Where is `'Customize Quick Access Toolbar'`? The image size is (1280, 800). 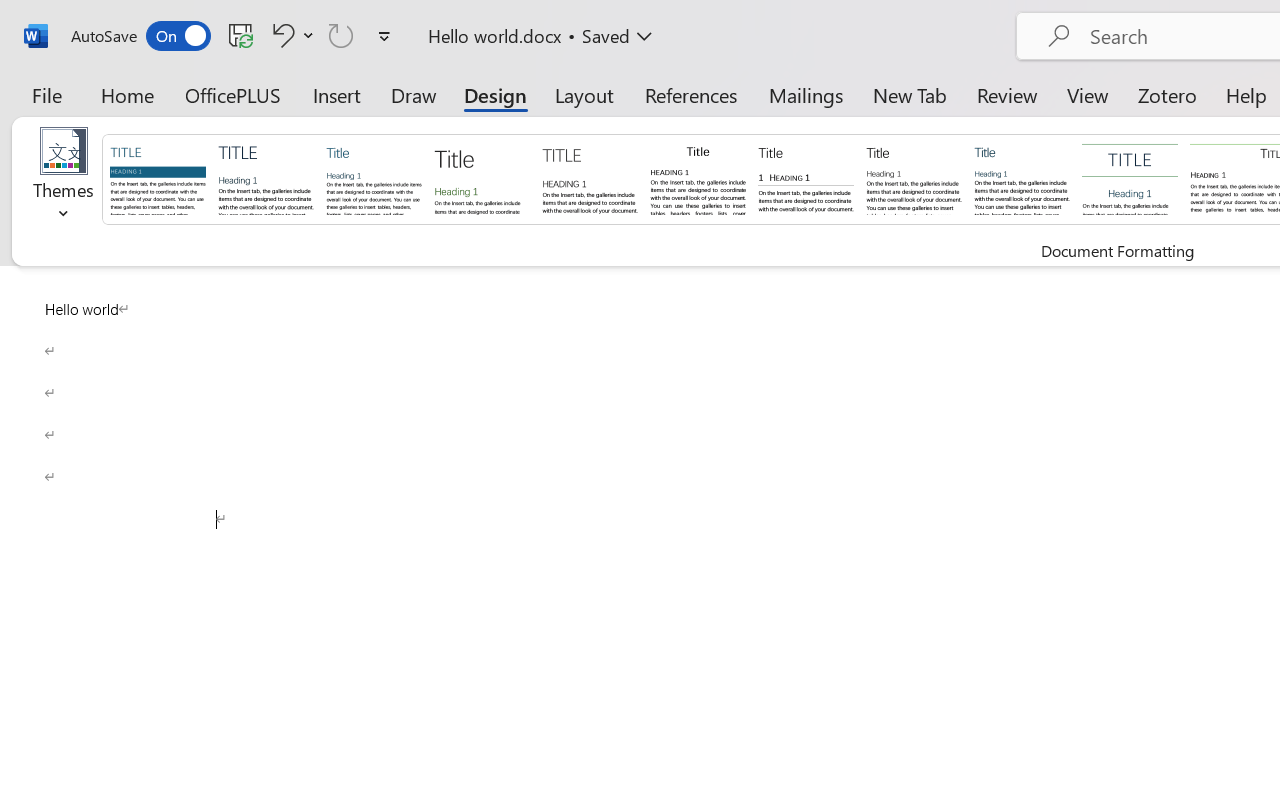 'Customize Quick Access Toolbar' is located at coordinates (384, 35).